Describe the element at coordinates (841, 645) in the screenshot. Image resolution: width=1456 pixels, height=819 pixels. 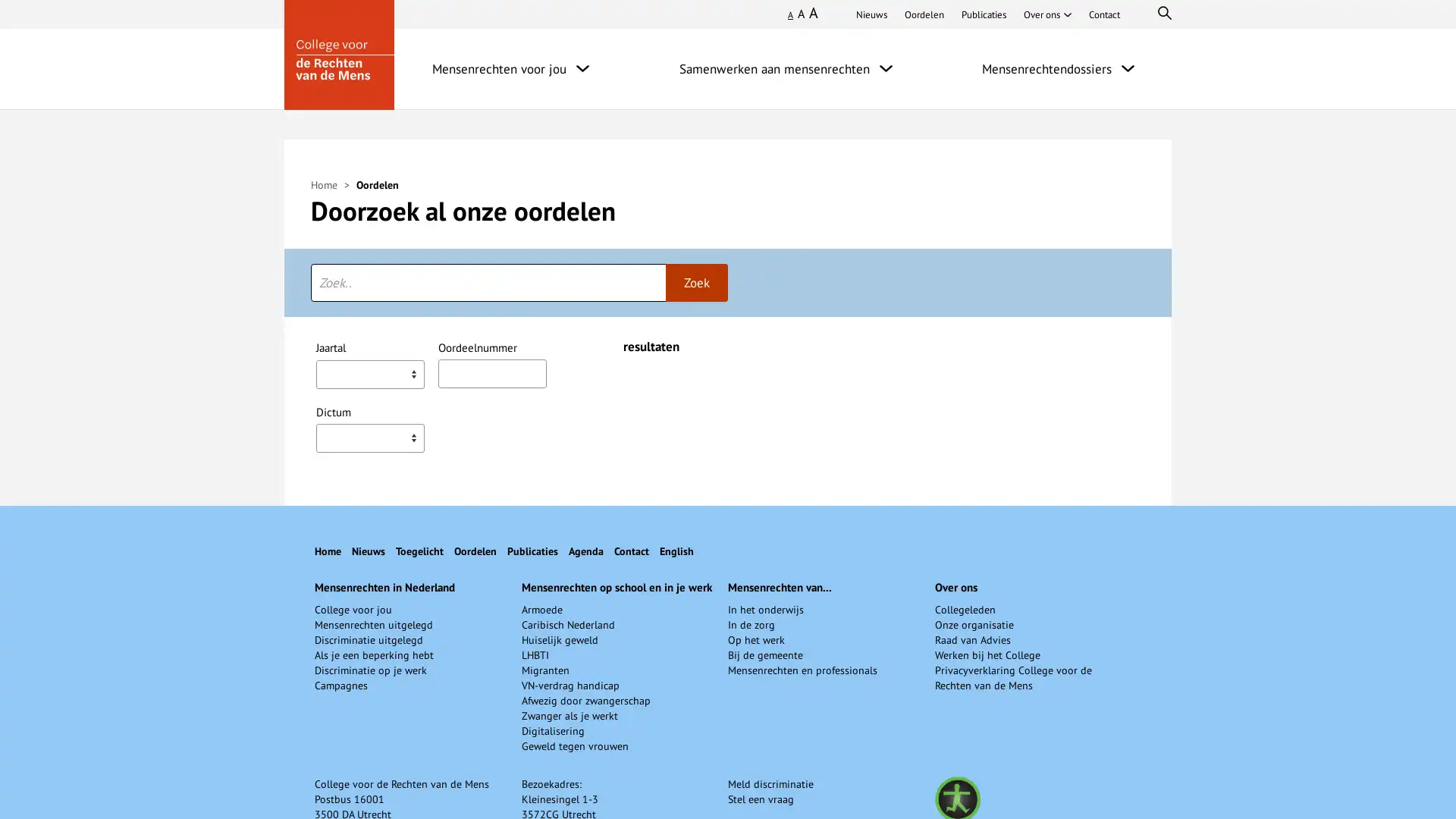
I see `Arbeid` at that location.